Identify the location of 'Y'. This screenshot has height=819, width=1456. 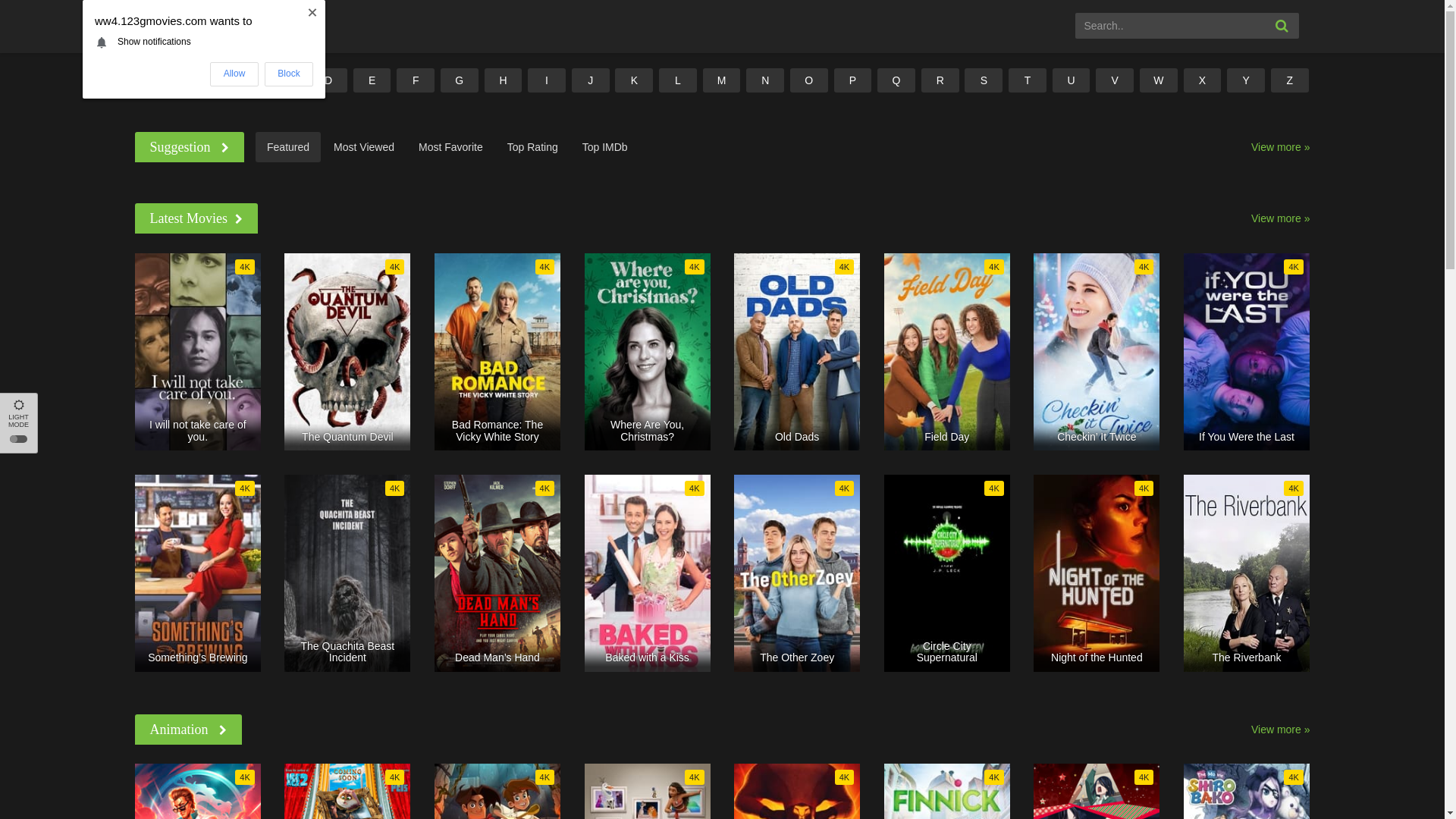
(1245, 80).